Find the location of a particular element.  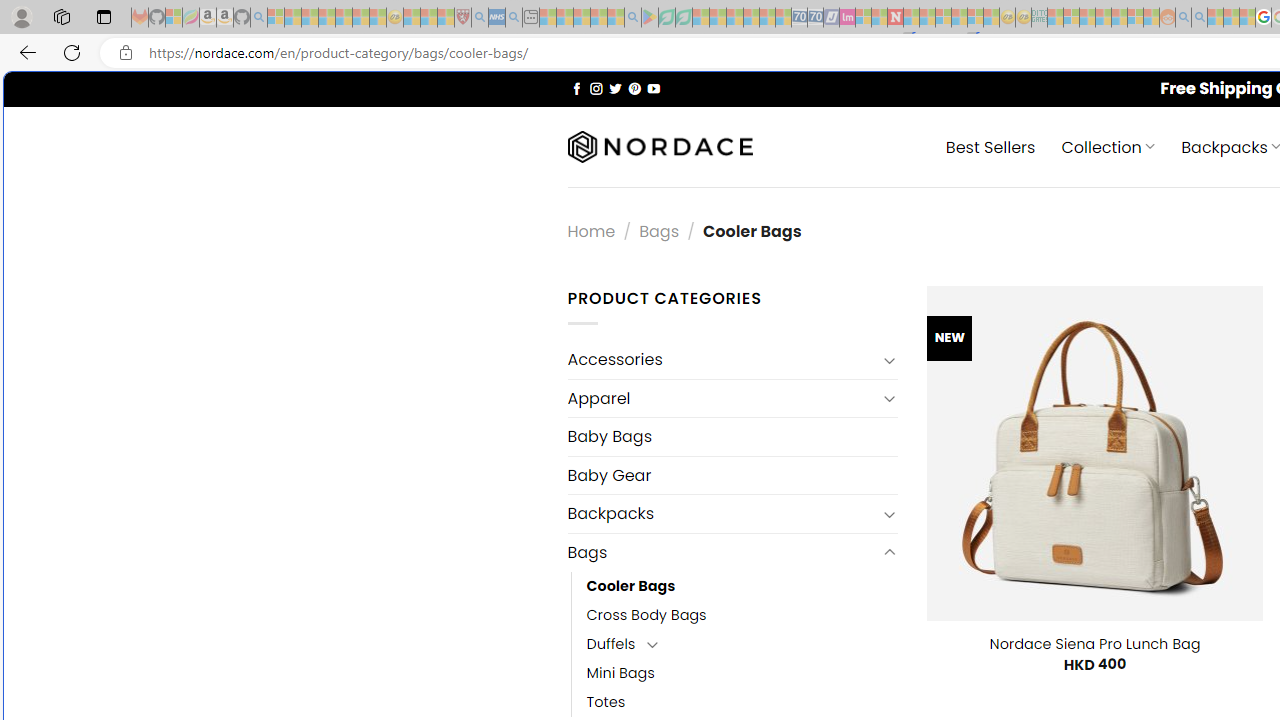

'14 Common Myths Debunked By Scientific Facts - Sleeping' is located at coordinates (927, 17).